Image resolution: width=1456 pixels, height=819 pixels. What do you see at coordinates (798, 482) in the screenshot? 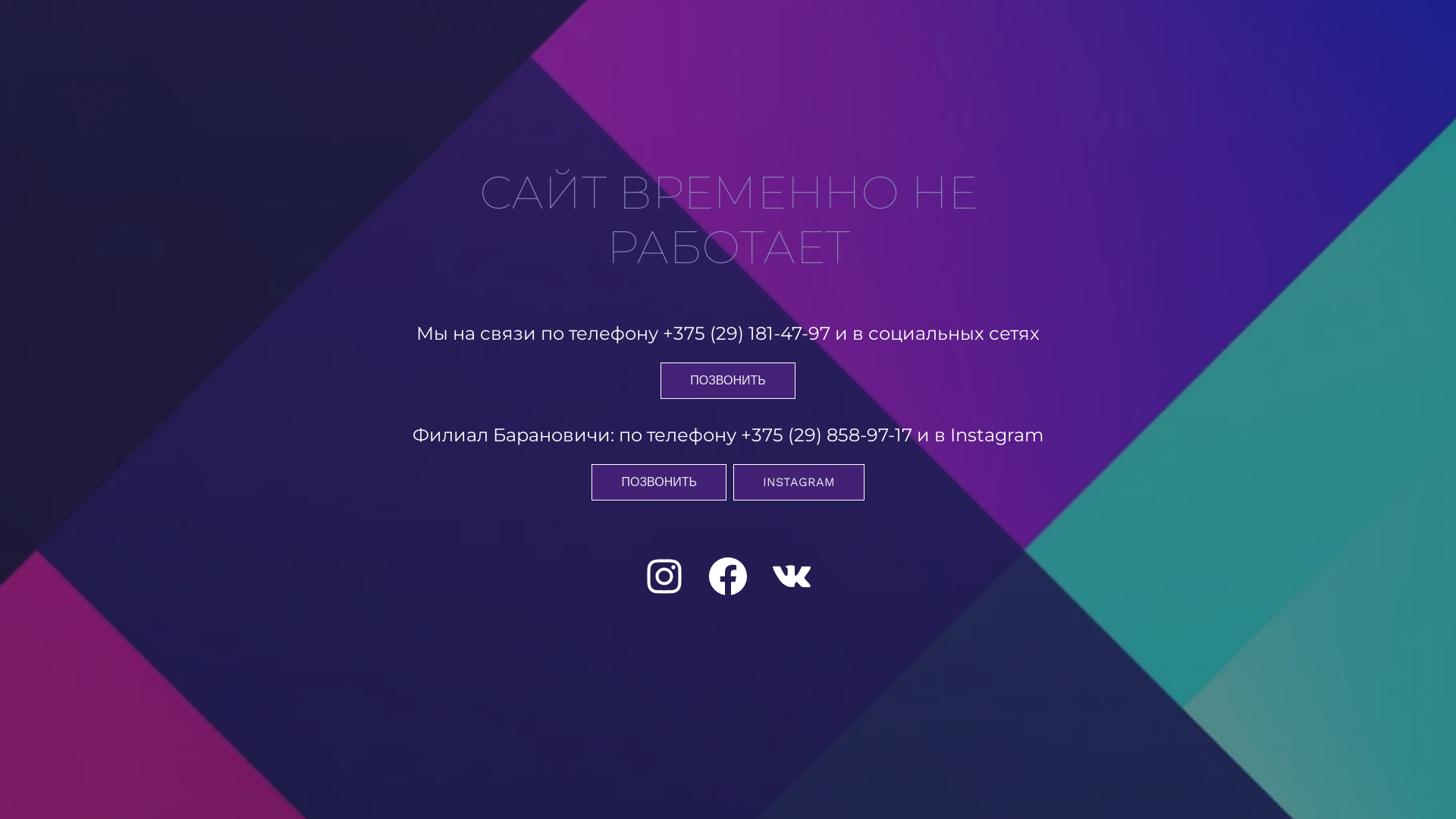
I see `'INSTAGRAM'` at bounding box center [798, 482].